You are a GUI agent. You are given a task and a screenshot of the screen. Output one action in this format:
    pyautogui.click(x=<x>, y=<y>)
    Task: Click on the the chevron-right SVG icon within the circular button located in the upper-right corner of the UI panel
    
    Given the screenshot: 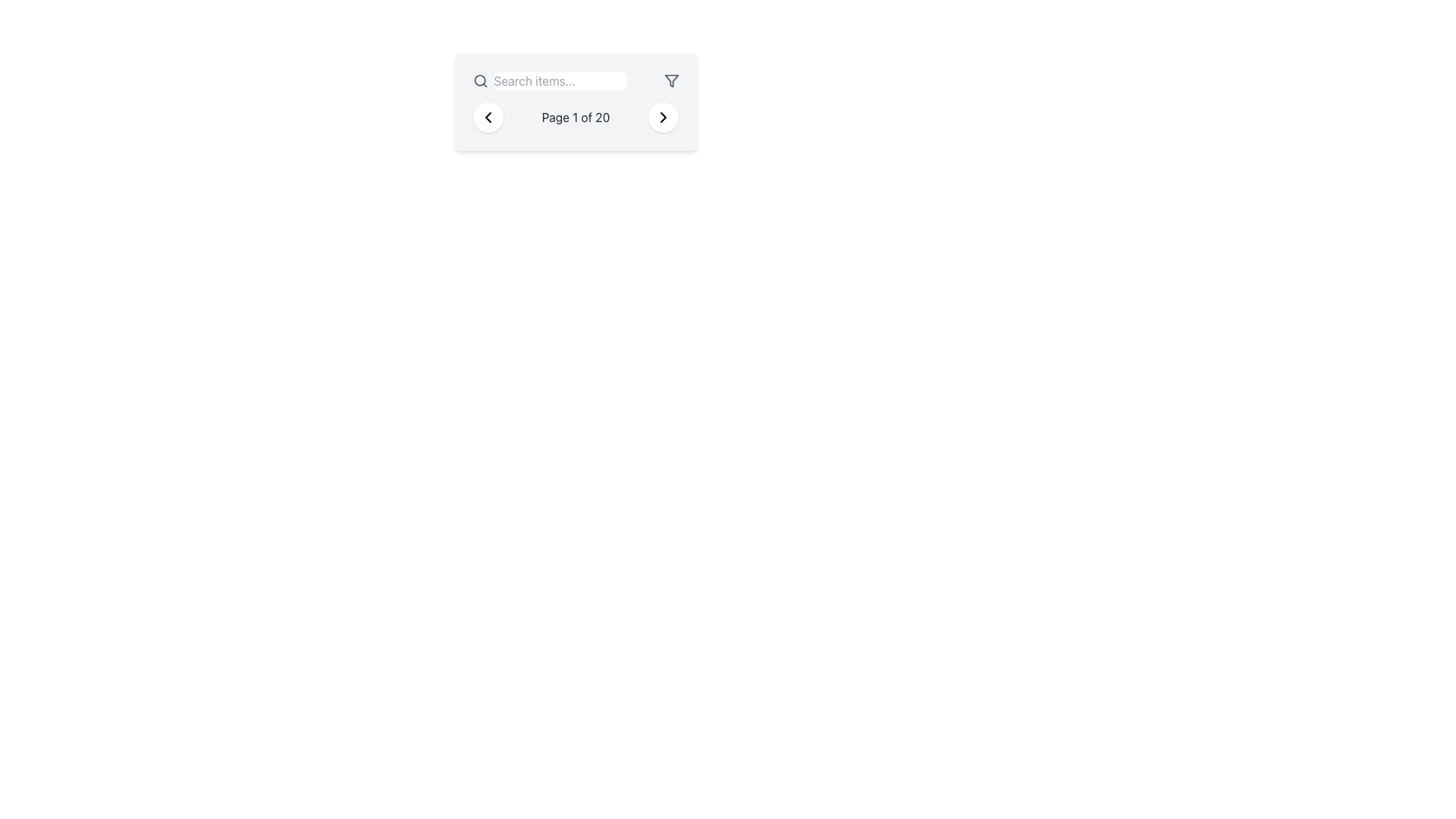 What is the action you would take?
    pyautogui.click(x=664, y=116)
    